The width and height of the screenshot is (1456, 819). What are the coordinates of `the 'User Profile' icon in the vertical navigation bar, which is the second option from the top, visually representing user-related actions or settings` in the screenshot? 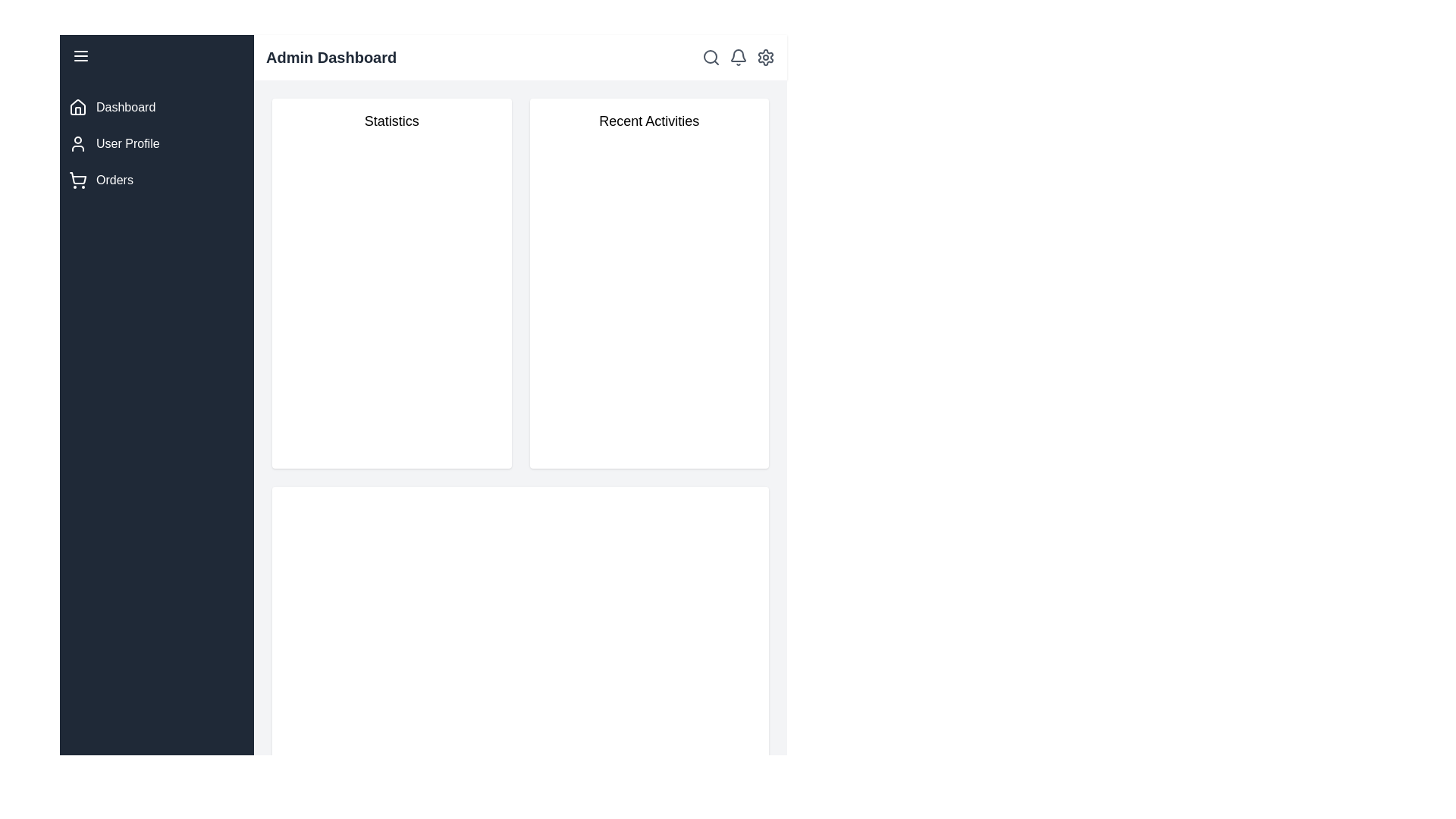 It's located at (77, 143).